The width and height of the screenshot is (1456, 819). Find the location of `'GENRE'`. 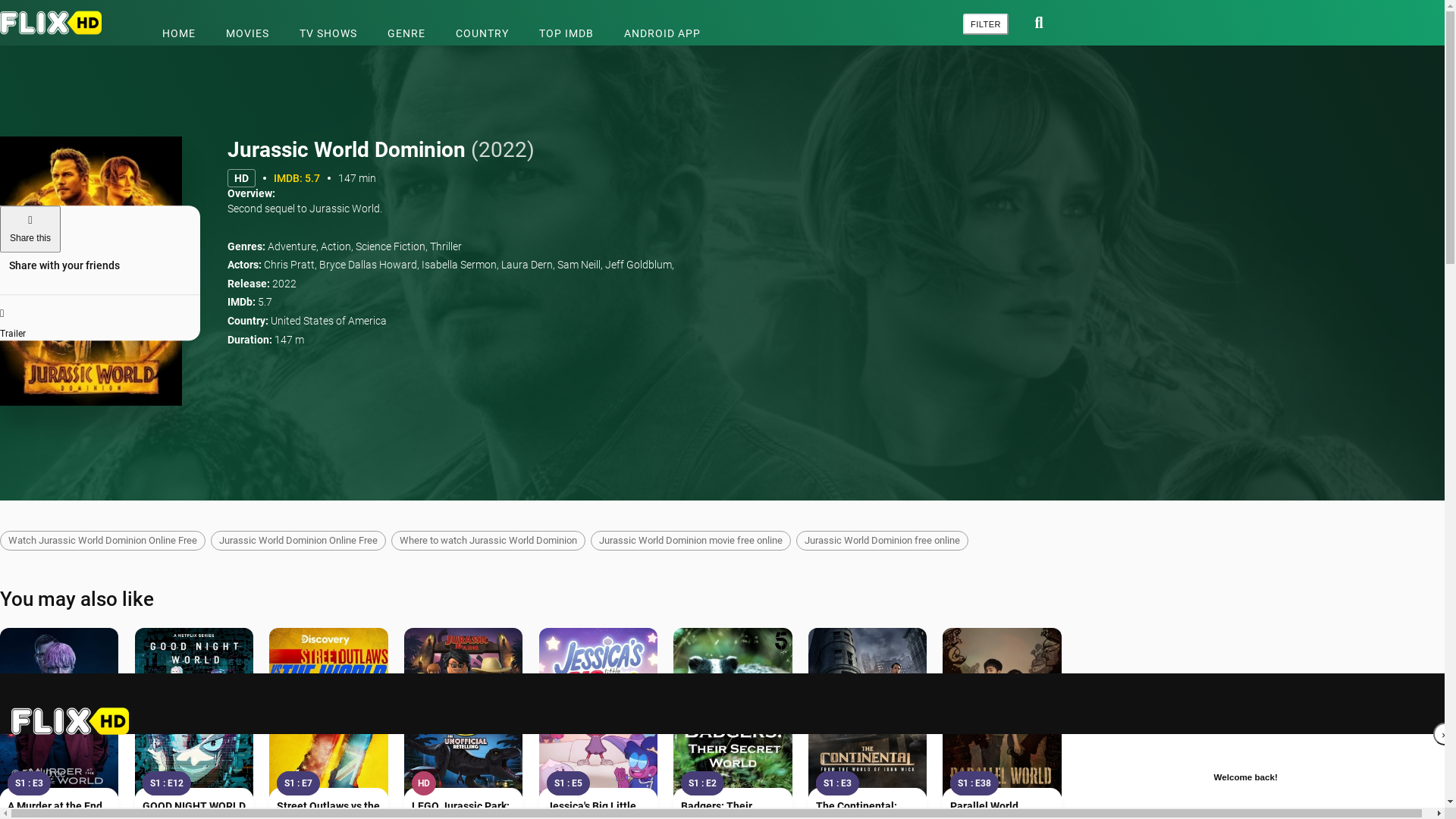

'GENRE' is located at coordinates (406, 33).